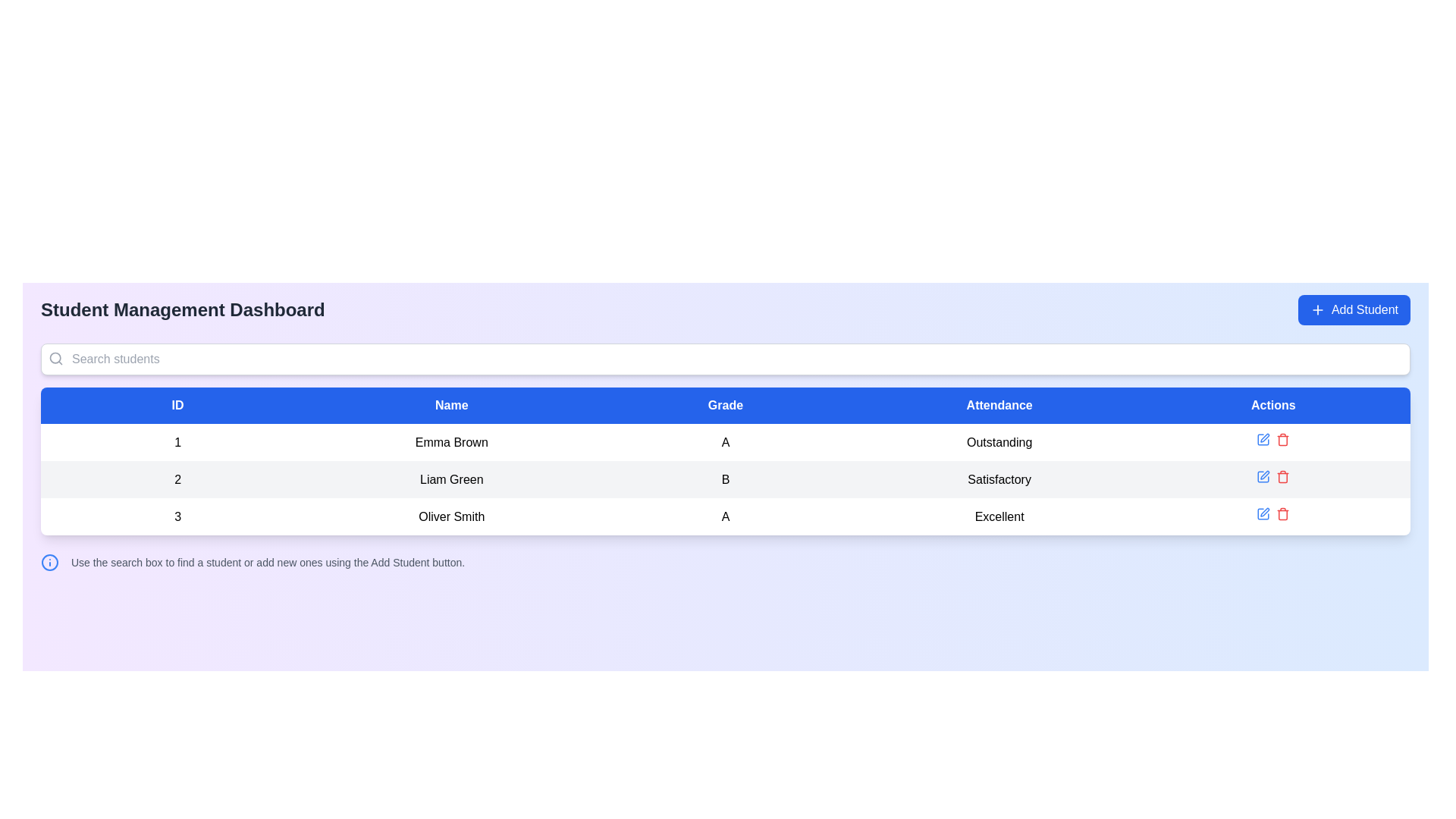  Describe the element at coordinates (1263, 439) in the screenshot. I see `the edit action button for the student record of 'Emma Brown'` at that location.